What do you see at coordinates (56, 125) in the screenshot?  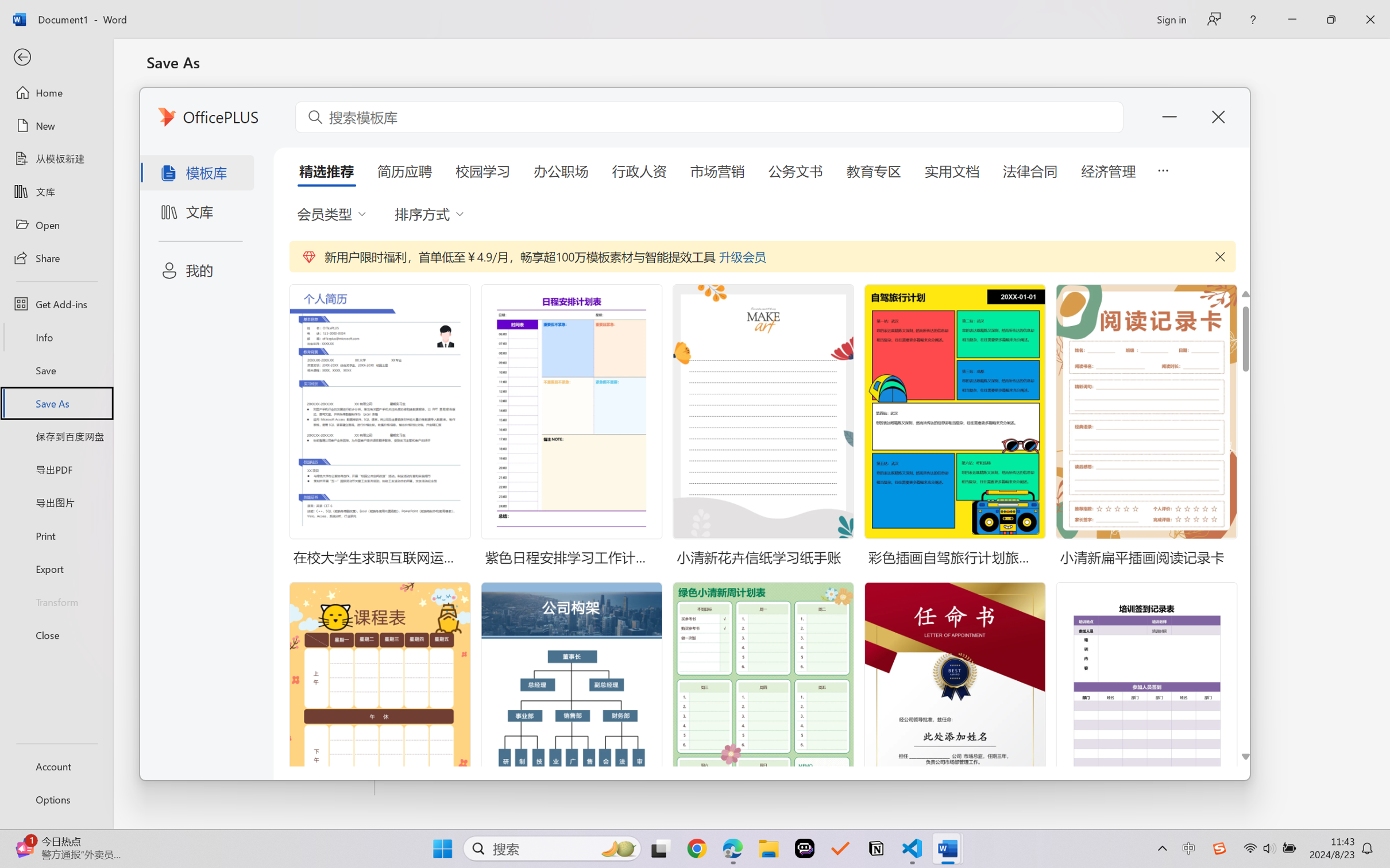 I see `'New'` at bounding box center [56, 125].